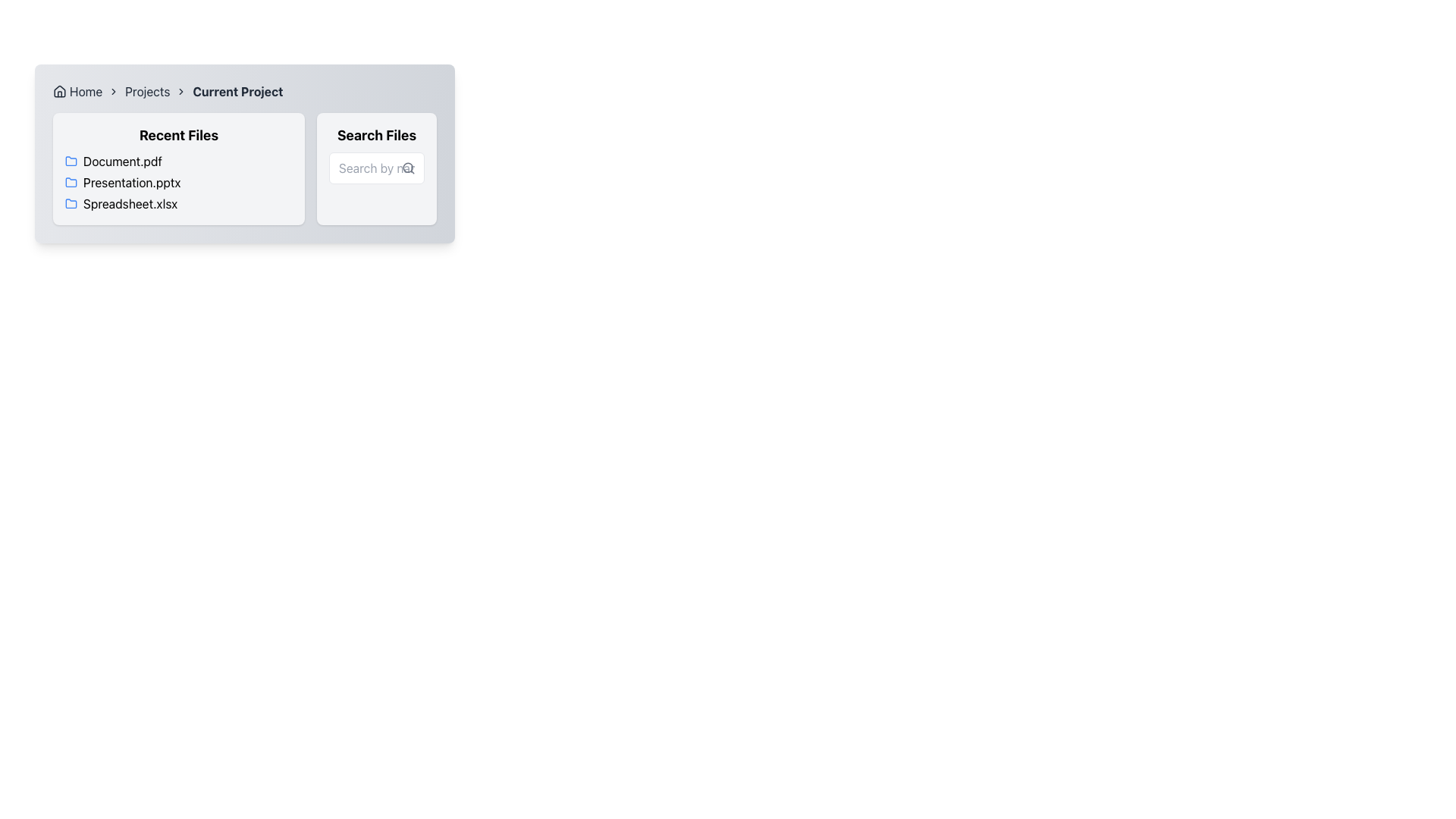 Image resolution: width=1456 pixels, height=819 pixels. Describe the element at coordinates (178, 181) in the screenshot. I see `the file entry named 'Presentation.pptx' in the 'Recent Files' listing` at that location.